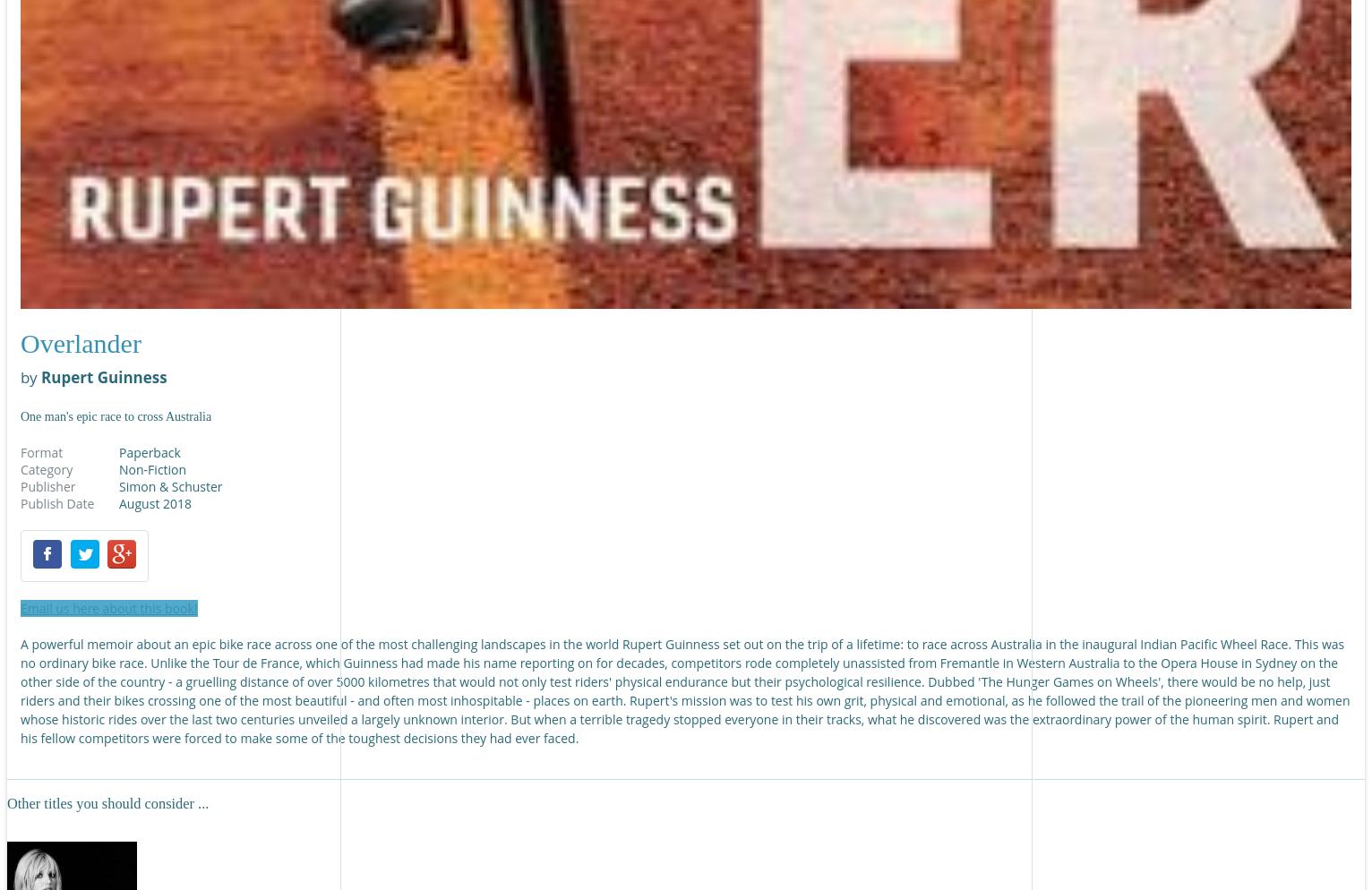 The height and width of the screenshot is (890, 1372). I want to click on 'Overlander', so click(20, 343).